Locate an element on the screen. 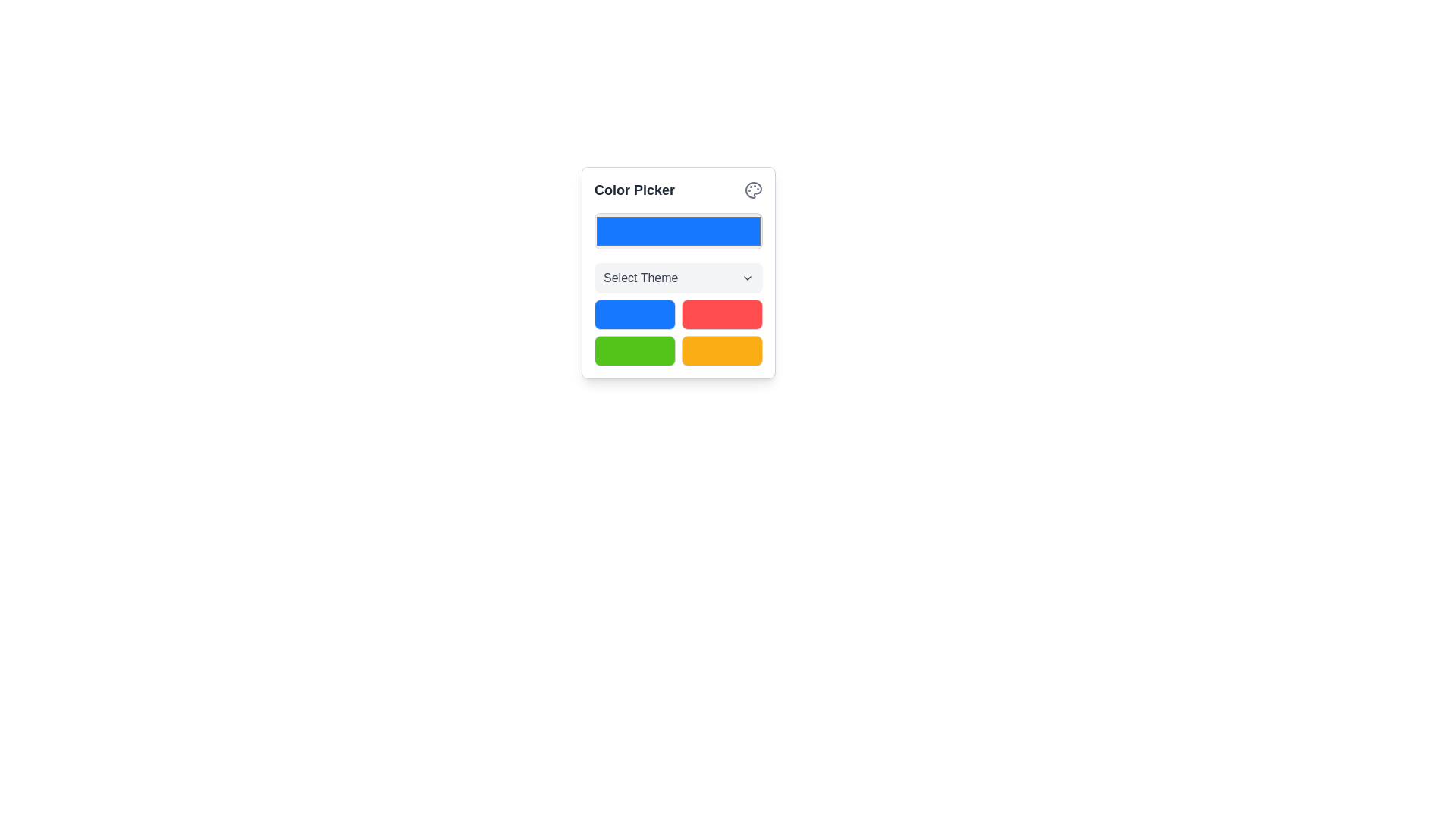 The image size is (1456, 819). the top-right button in the color-picking interface is located at coordinates (721, 314).